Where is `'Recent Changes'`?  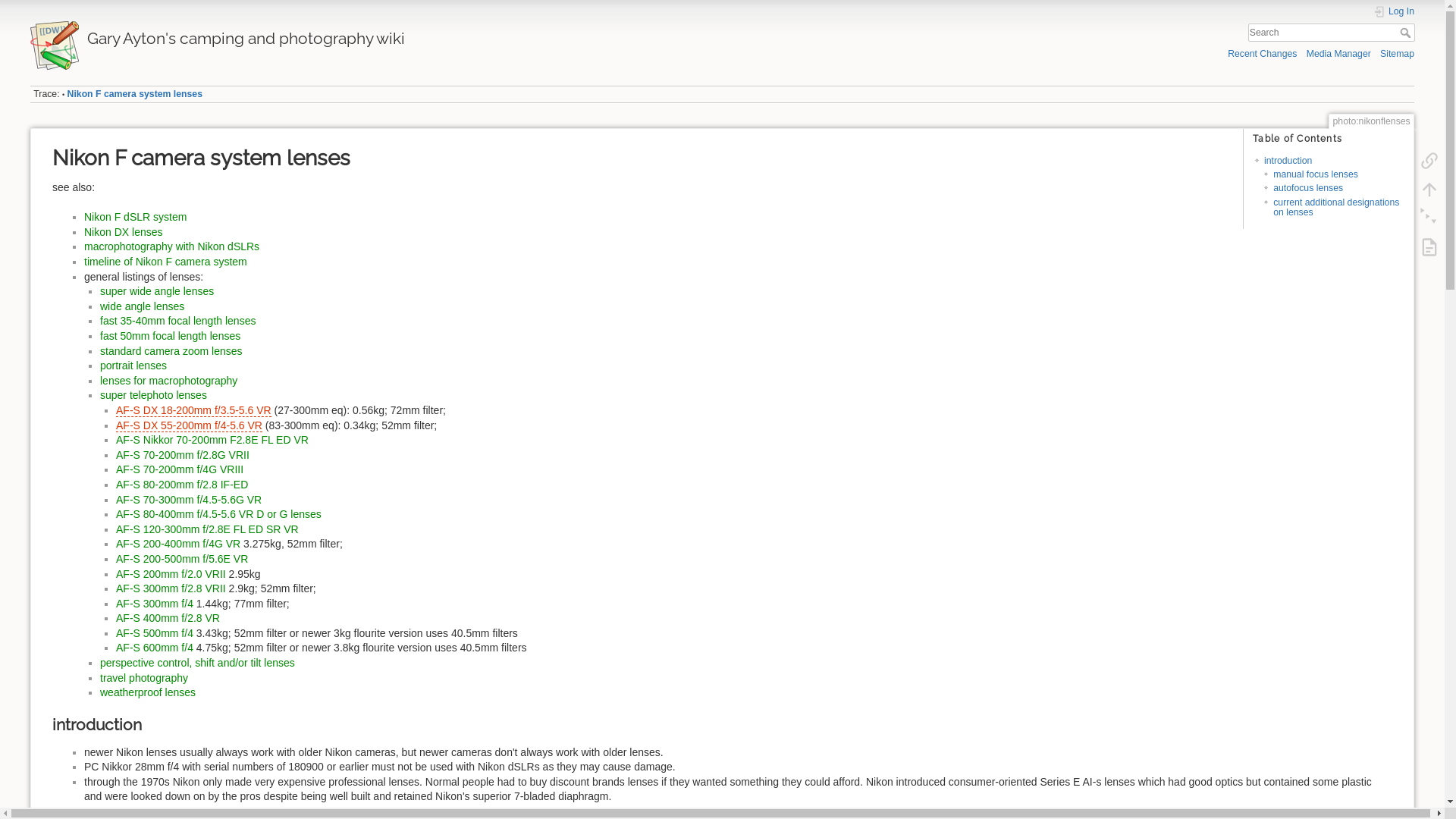
'Recent Changes' is located at coordinates (1262, 52).